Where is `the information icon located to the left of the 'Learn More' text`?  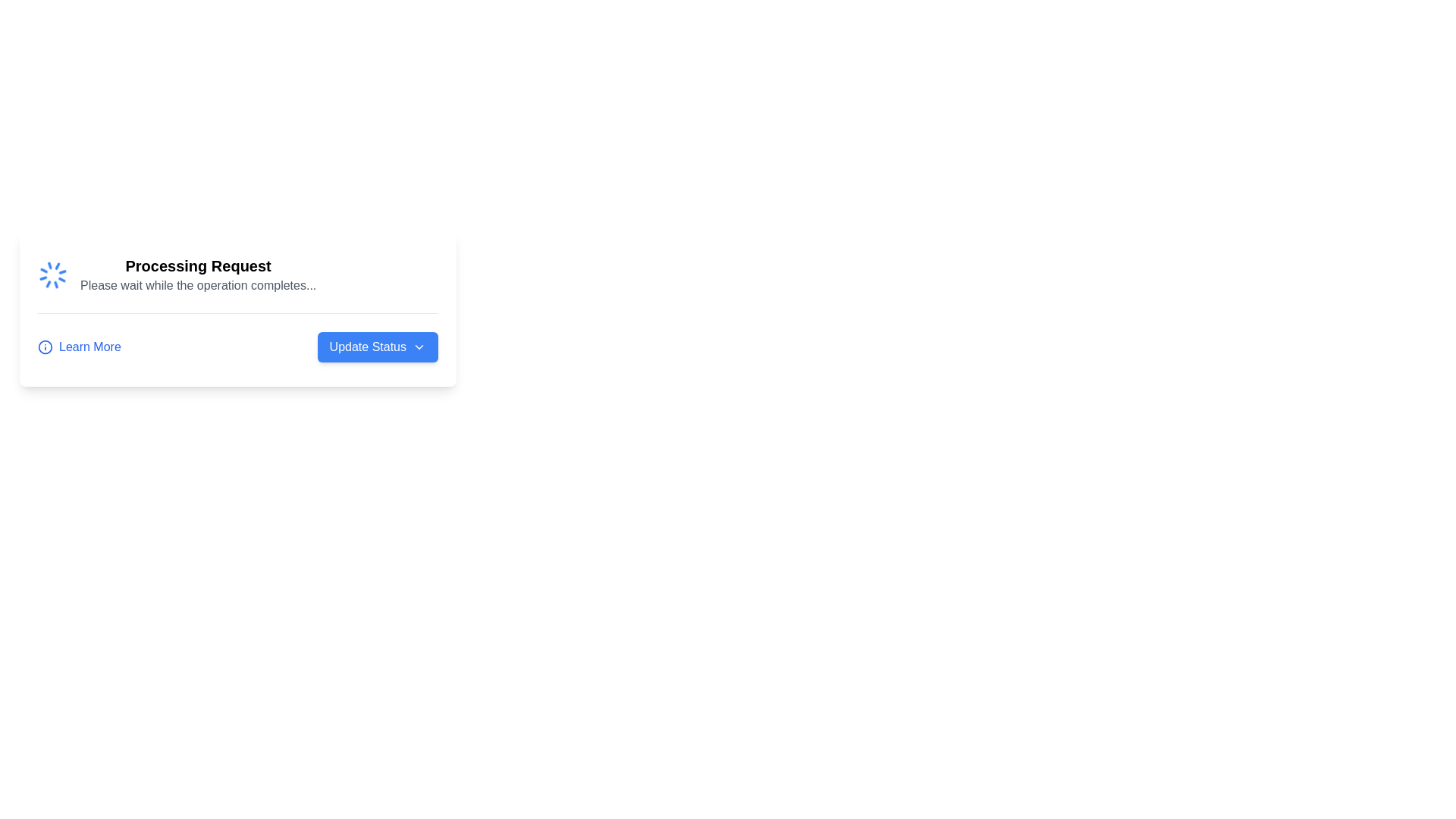
the information icon located to the left of the 'Learn More' text is located at coordinates (45, 347).